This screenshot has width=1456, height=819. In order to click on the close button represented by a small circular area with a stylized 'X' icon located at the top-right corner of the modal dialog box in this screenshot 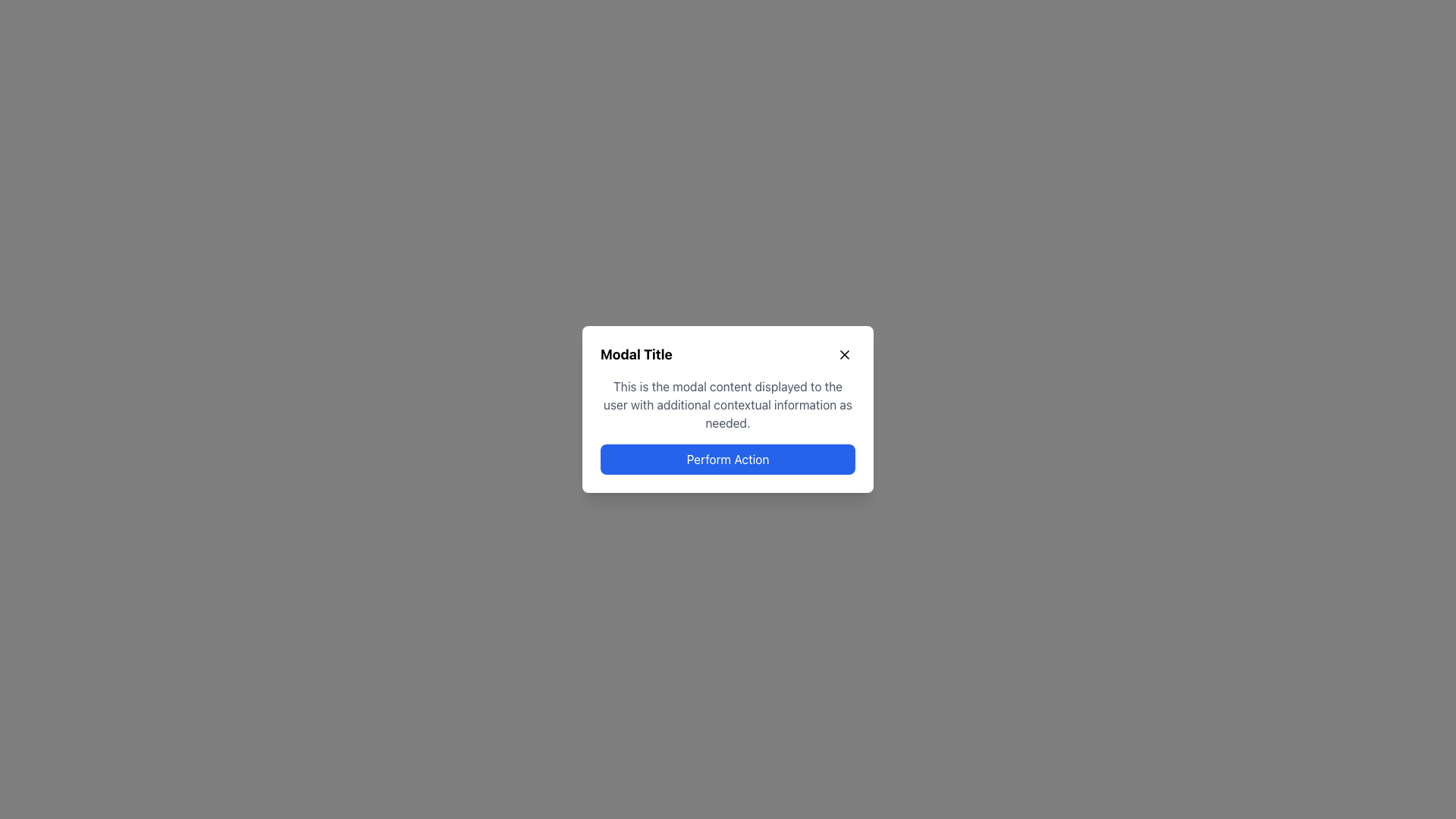, I will do `click(843, 354)`.